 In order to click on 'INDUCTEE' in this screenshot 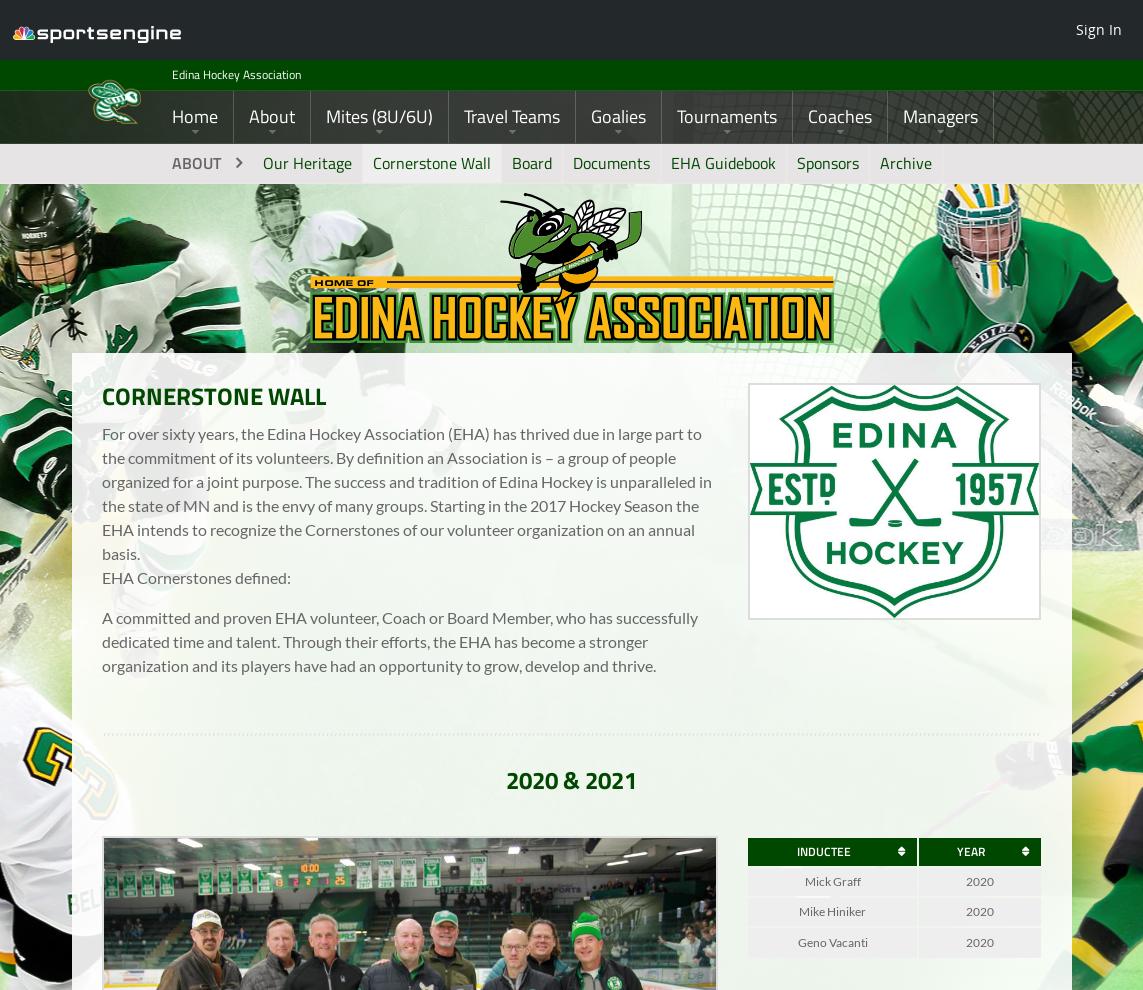, I will do `click(821, 864)`.